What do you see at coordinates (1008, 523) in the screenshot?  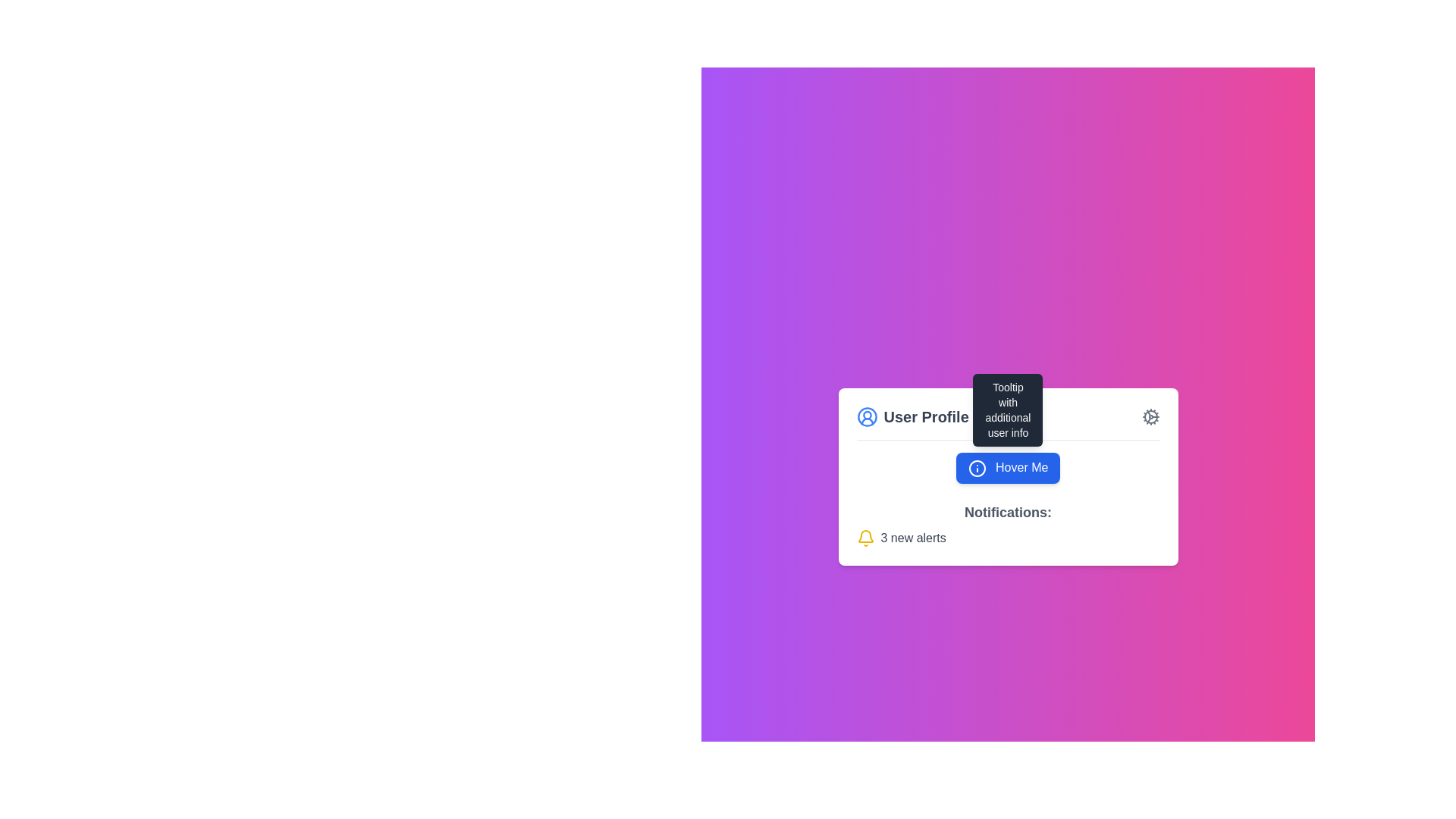 I see `notification details from the informational display labeled 'Notifications:' with '3 new alerts' and a bell icon` at bounding box center [1008, 523].